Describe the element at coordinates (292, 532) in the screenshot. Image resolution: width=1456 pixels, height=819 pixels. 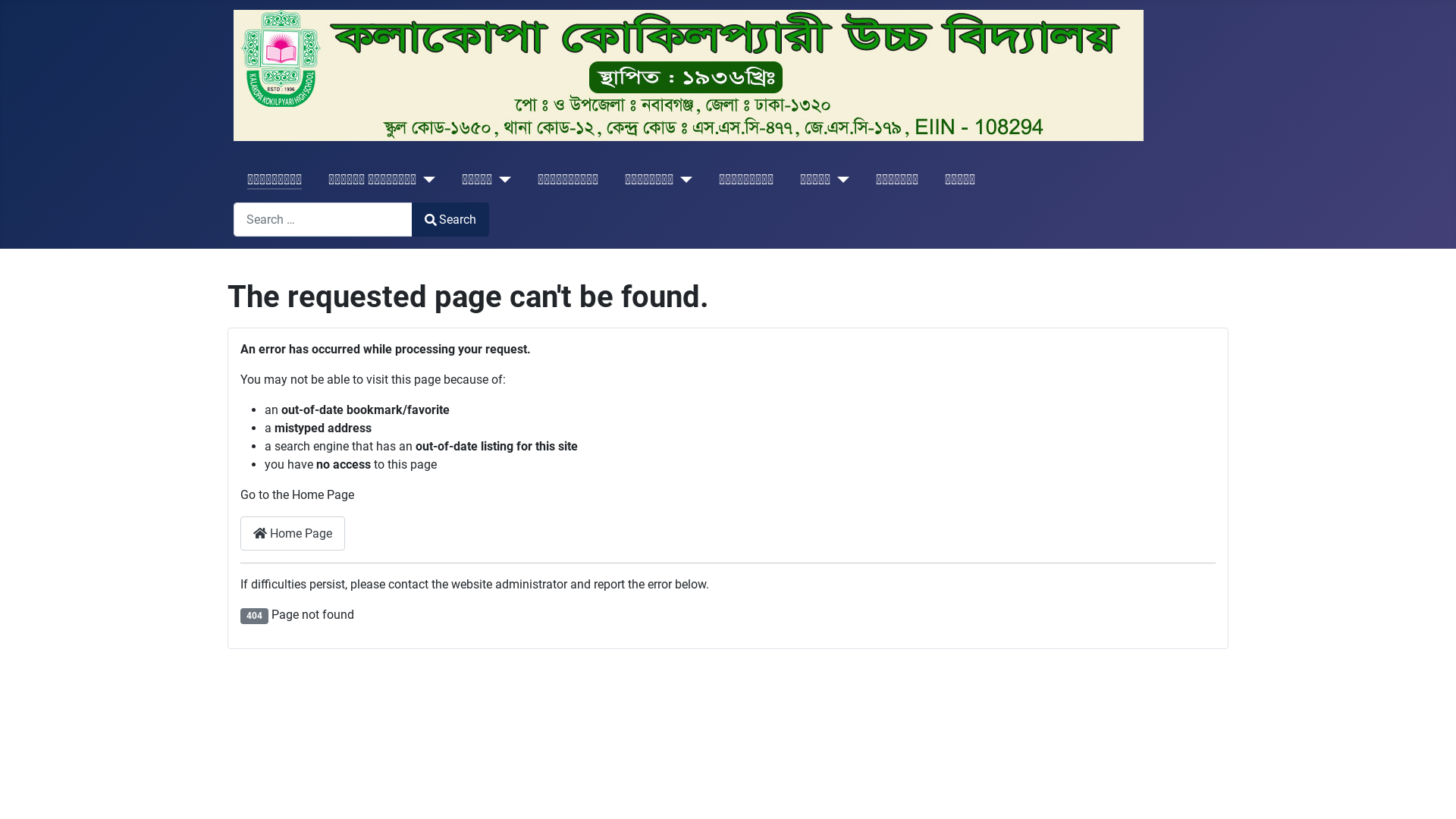
I see `'Home Page'` at that location.